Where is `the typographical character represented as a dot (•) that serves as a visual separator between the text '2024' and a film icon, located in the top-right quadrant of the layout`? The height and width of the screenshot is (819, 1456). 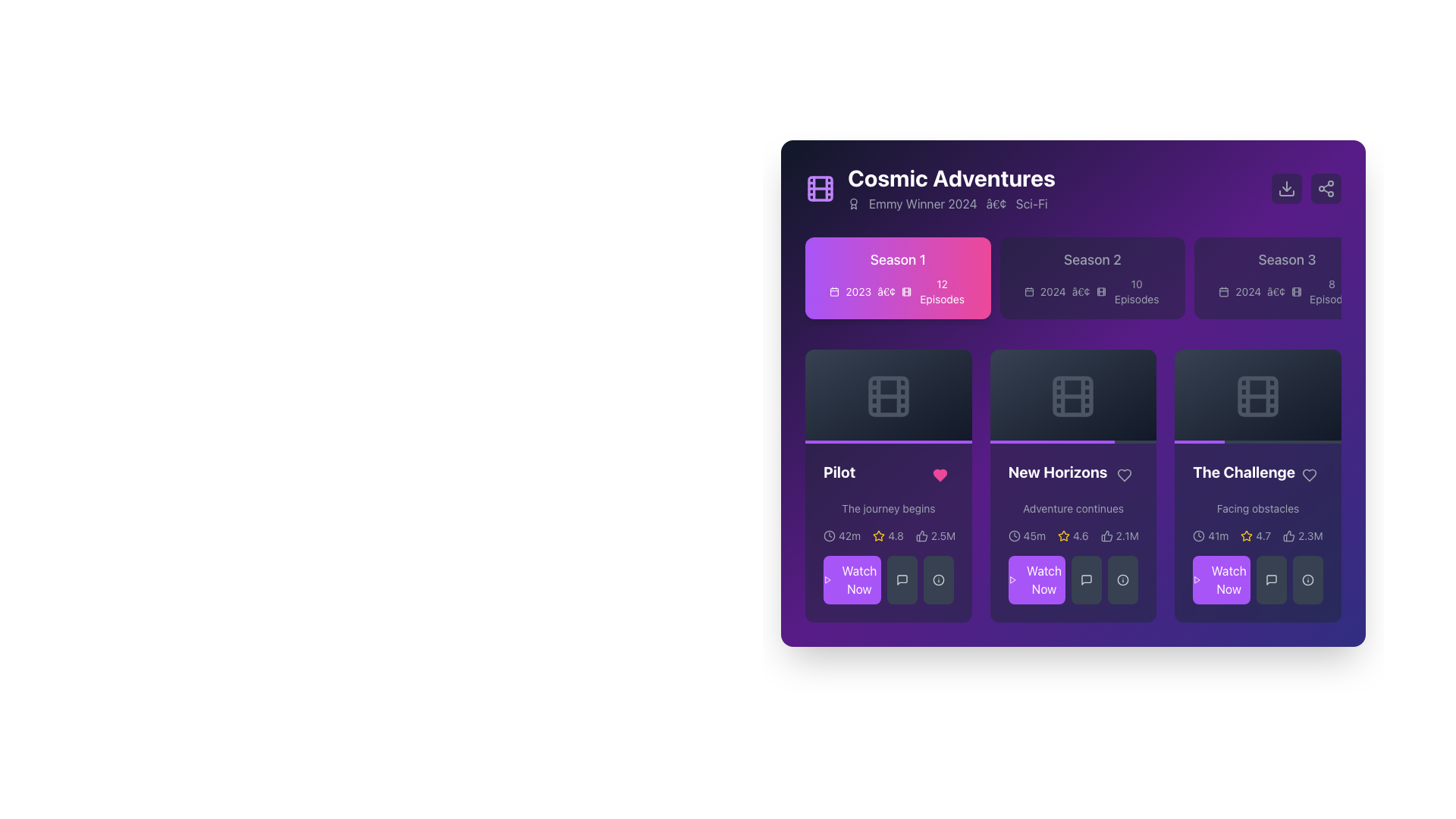 the typographical character represented as a dot (•) that serves as a visual separator between the text '2024' and a film icon, located in the top-right quadrant of the layout is located at coordinates (1276, 292).